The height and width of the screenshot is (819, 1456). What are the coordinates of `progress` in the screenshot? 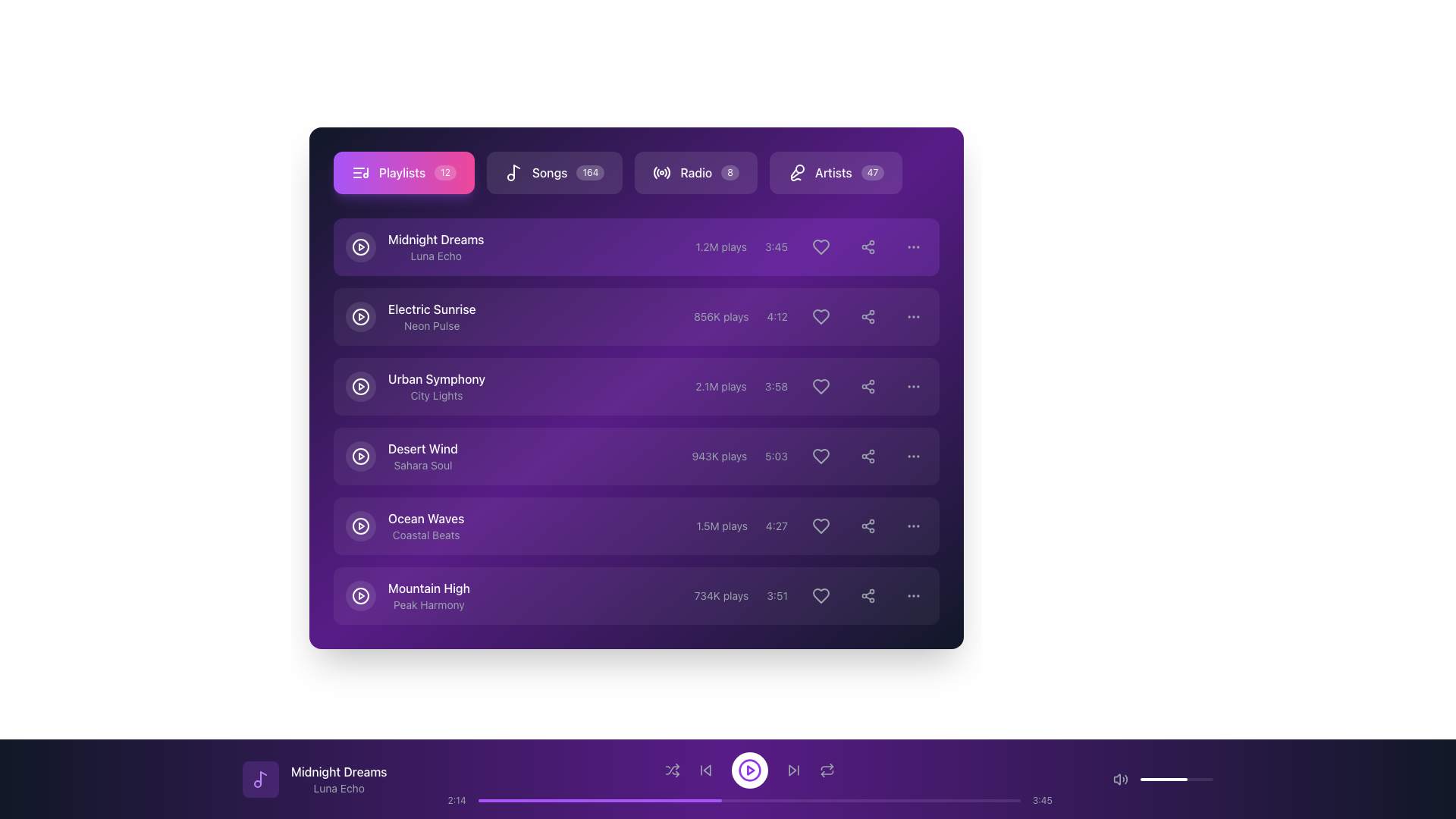 It's located at (532, 800).